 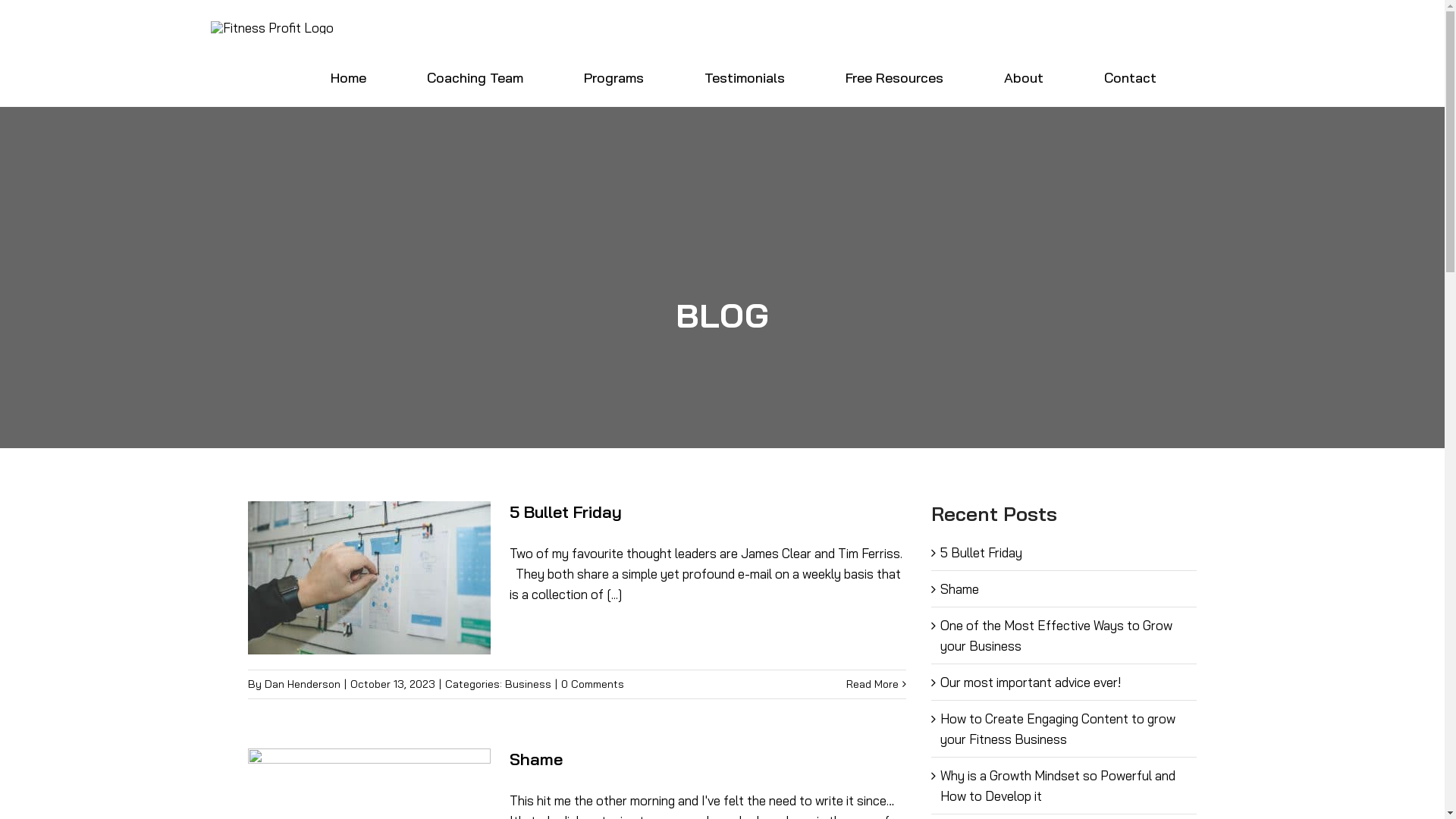 What do you see at coordinates (406, 77) in the screenshot?
I see `'Coaching Team'` at bounding box center [406, 77].